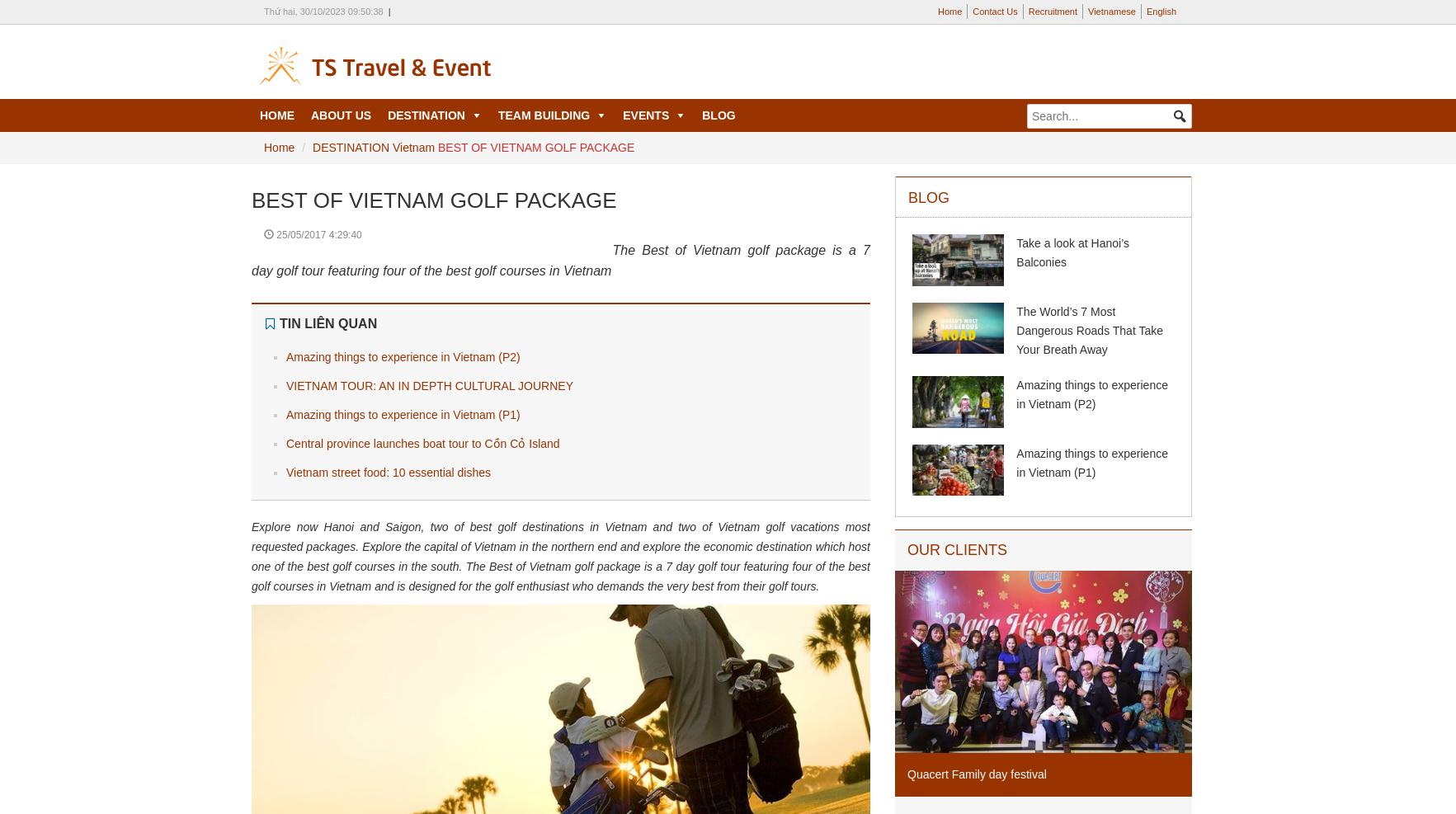 Image resolution: width=1456 pixels, height=814 pixels. I want to click on 'Amazing things to experience in Vietnam (P2)', so click(402, 355).